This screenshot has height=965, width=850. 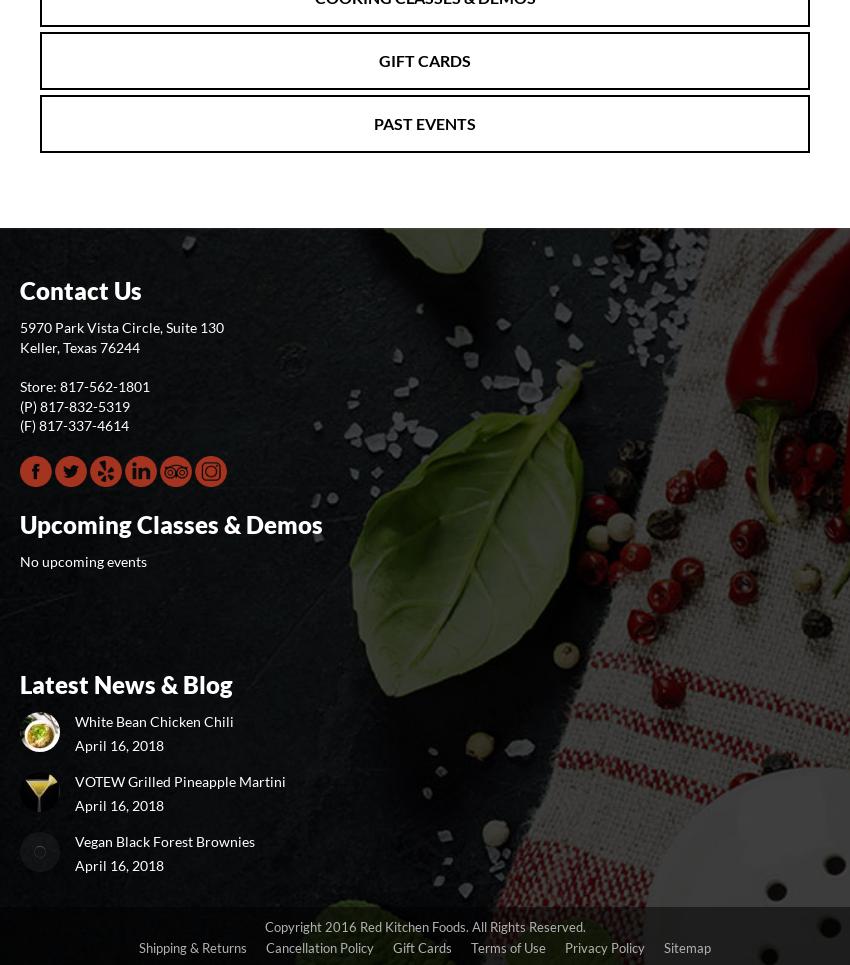 What do you see at coordinates (604, 948) in the screenshot?
I see `'Privacy Policy'` at bounding box center [604, 948].